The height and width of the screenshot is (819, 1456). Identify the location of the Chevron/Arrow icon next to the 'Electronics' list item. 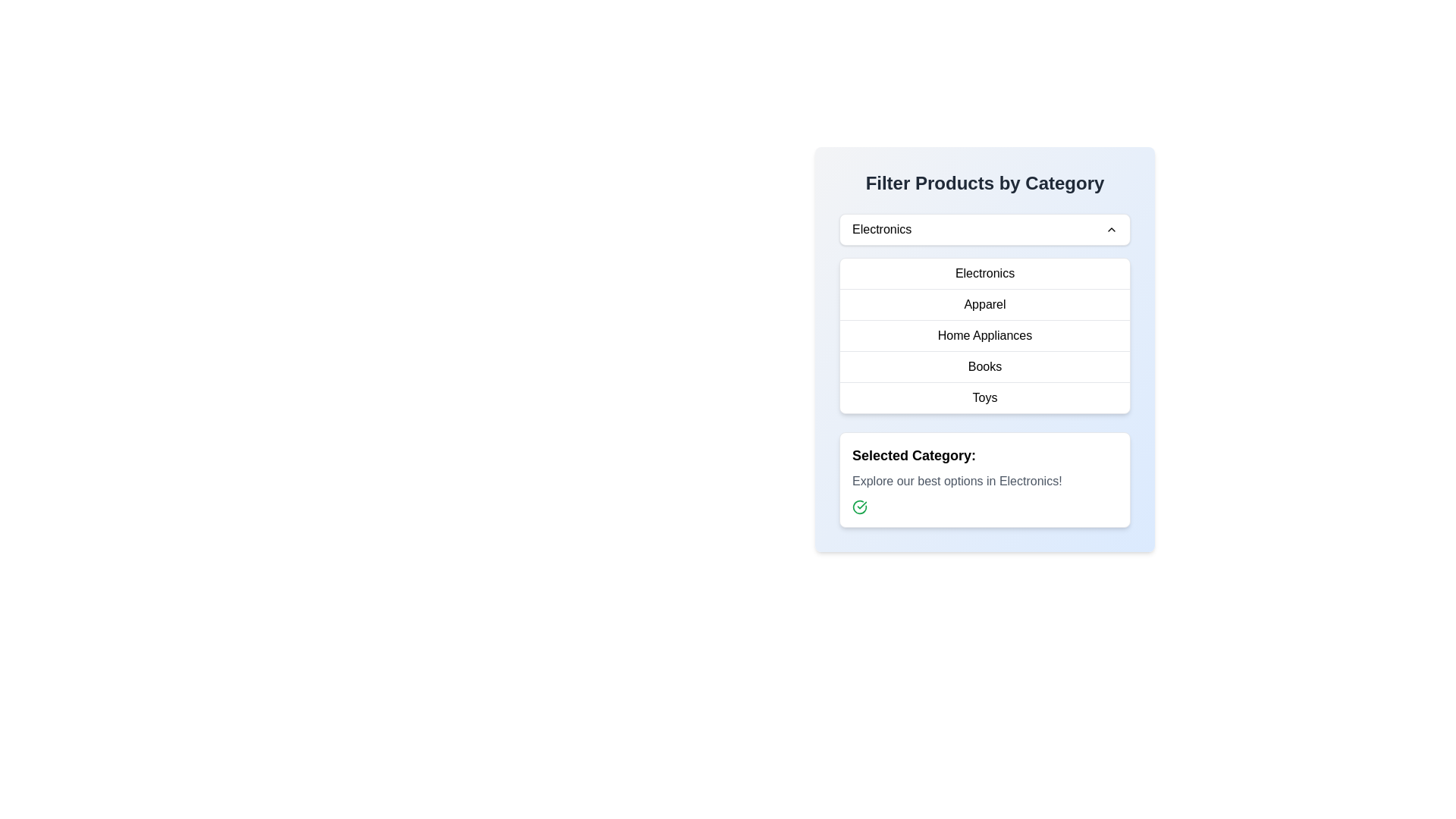
(1111, 230).